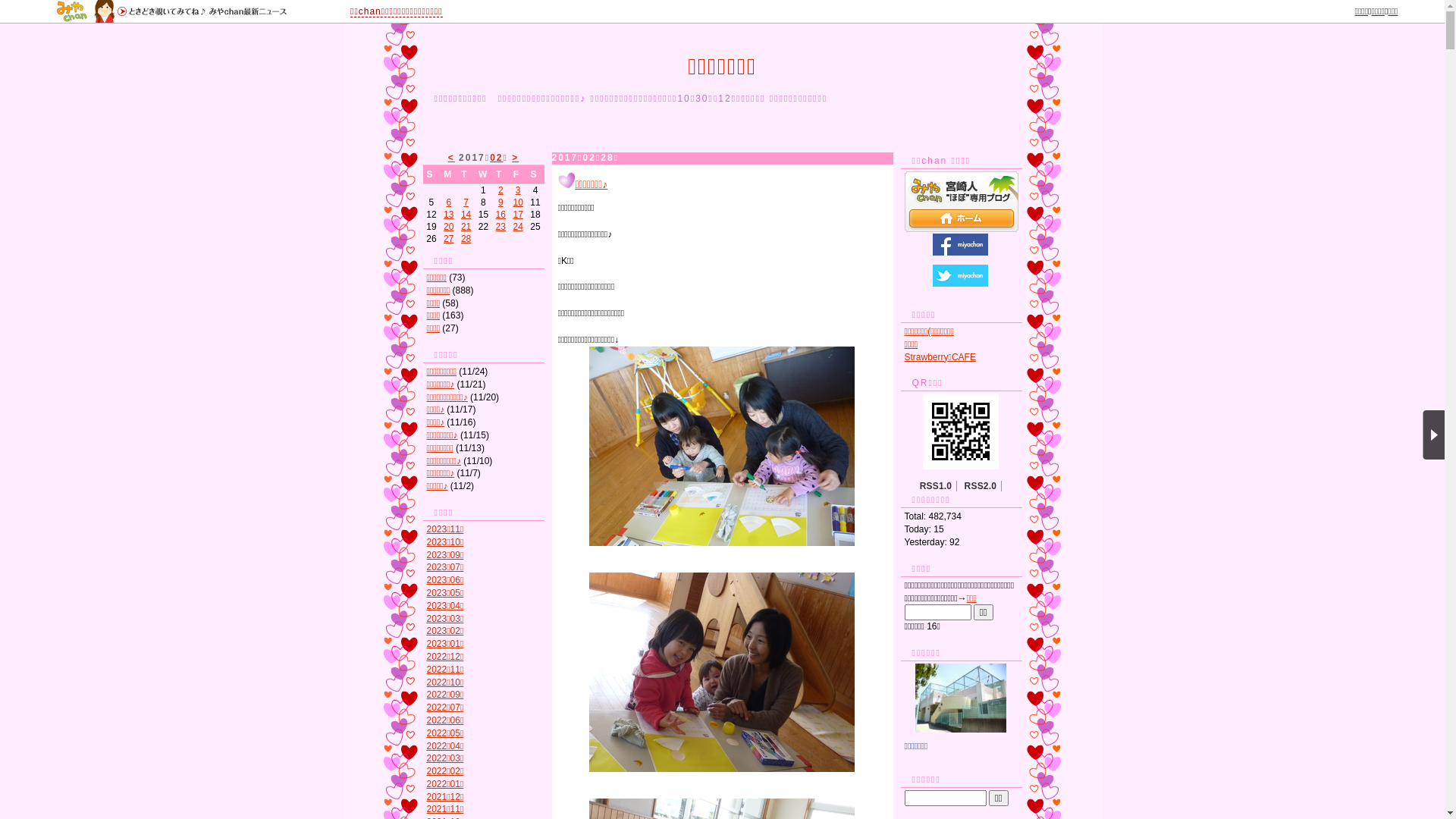  I want to click on '27', so click(443, 239).